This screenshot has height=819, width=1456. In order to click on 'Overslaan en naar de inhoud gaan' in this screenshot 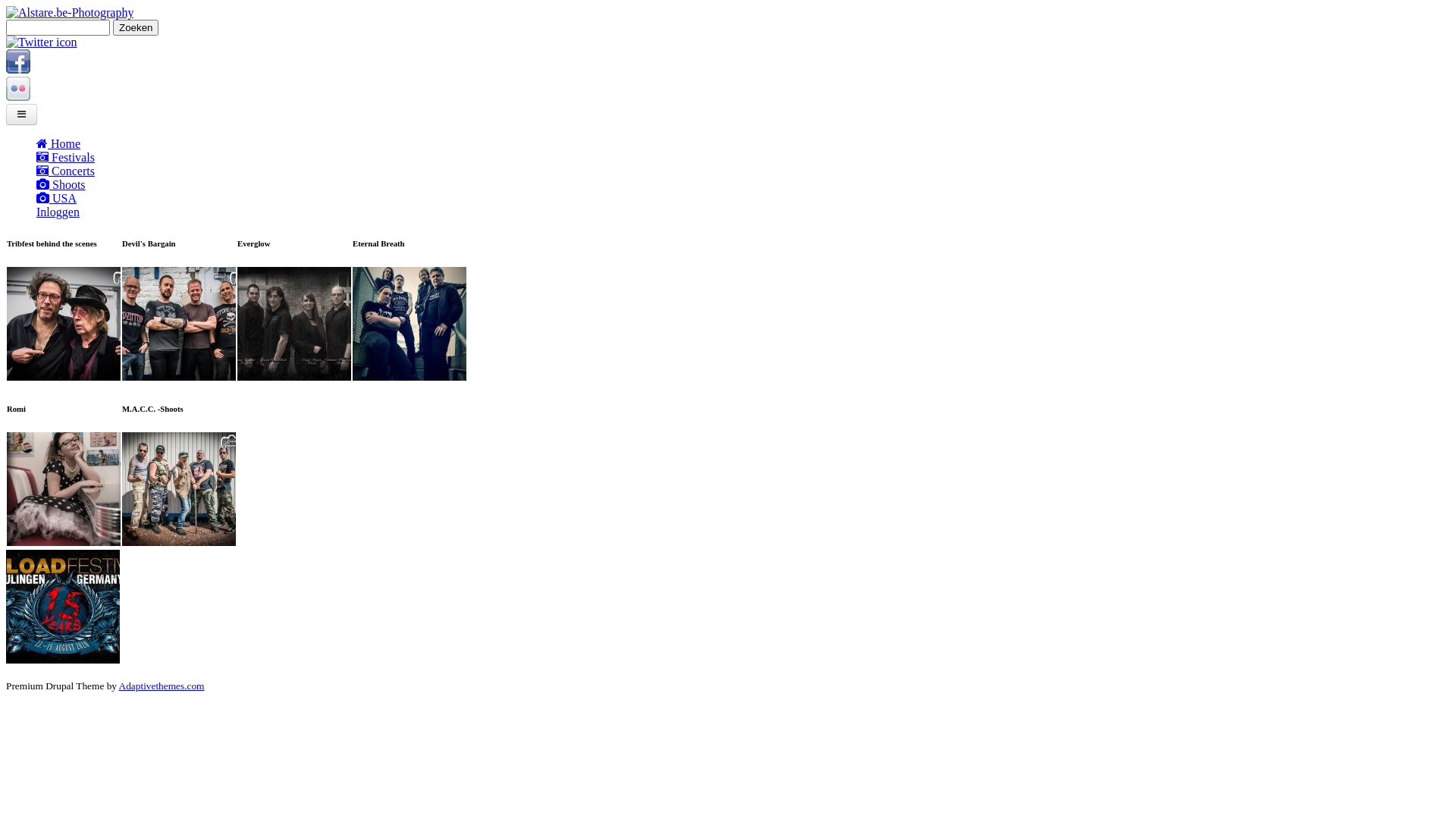, I will do `click(87, 6)`.